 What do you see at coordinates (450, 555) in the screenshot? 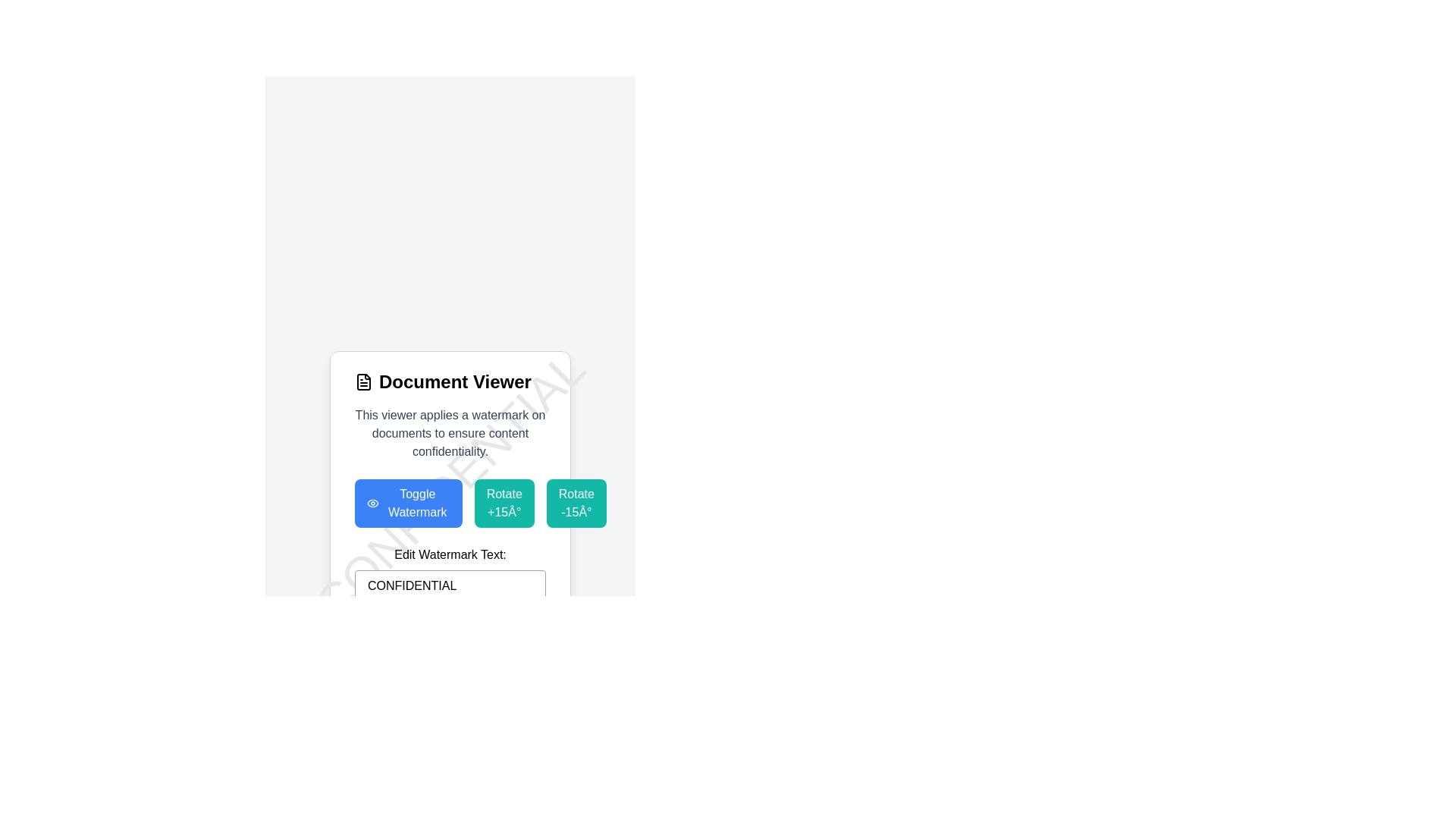
I see `the Text label that indicates the purpose of the text input field for editing the watermark text, located within the section labeled 'mt-6' and positioned above the interactive text input field` at bounding box center [450, 555].